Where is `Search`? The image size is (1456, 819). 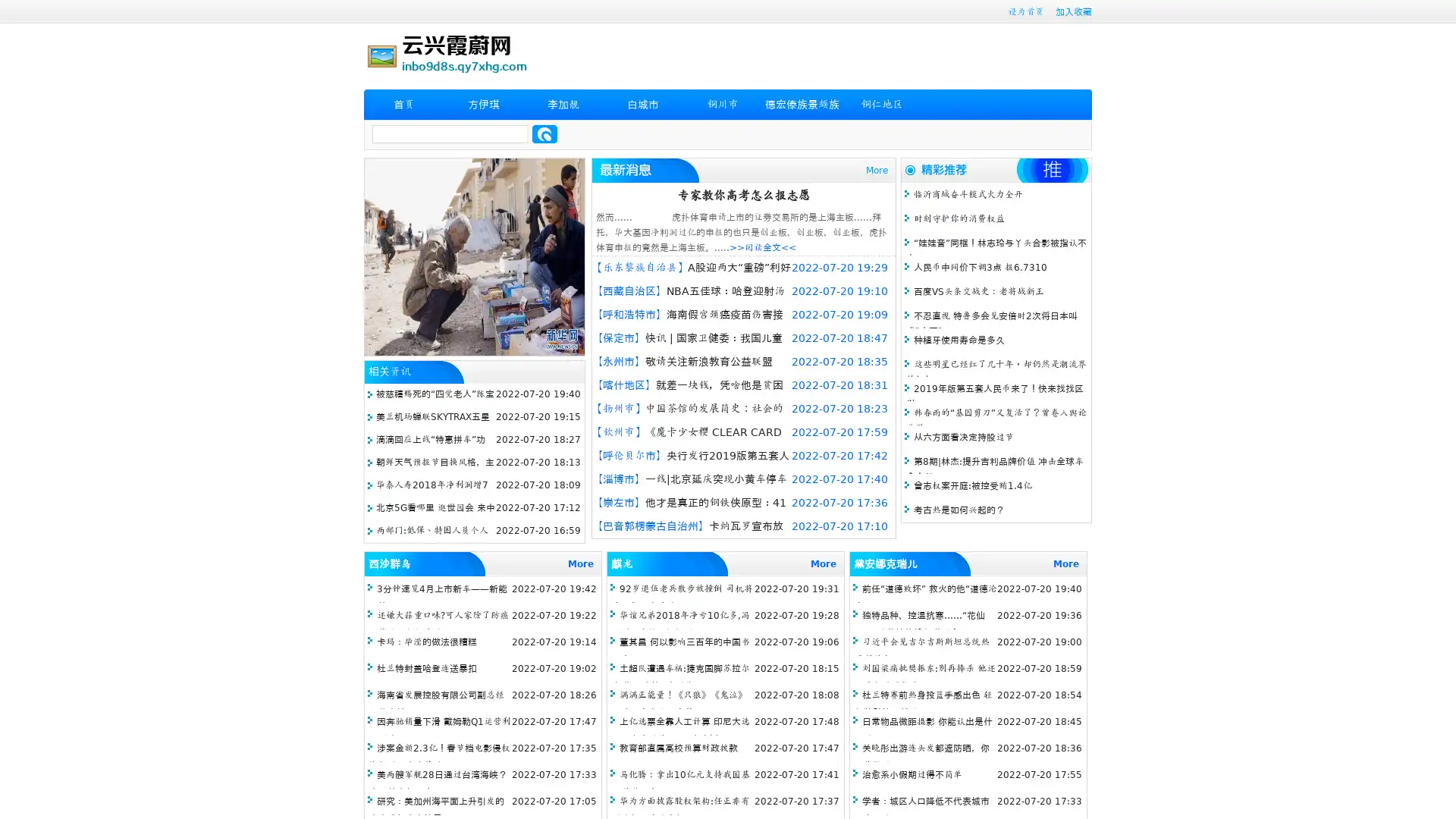
Search is located at coordinates (544, 133).